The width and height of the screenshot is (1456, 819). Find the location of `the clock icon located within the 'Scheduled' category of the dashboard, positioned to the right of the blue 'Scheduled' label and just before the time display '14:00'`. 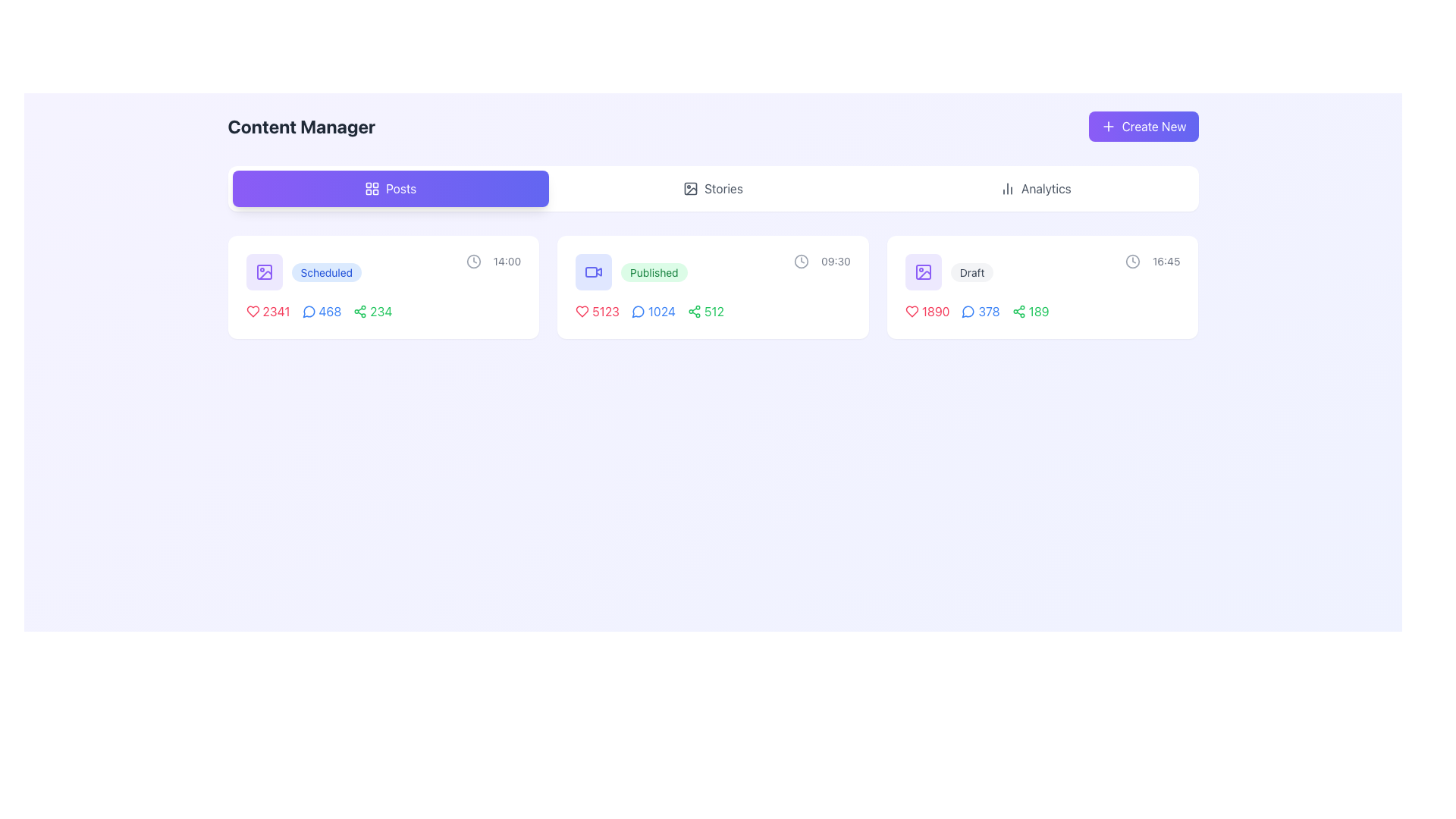

the clock icon located within the 'Scheduled' category of the dashboard, positioned to the right of the blue 'Scheduled' label and just before the time display '14:00' is located at coordinates (472, 260).